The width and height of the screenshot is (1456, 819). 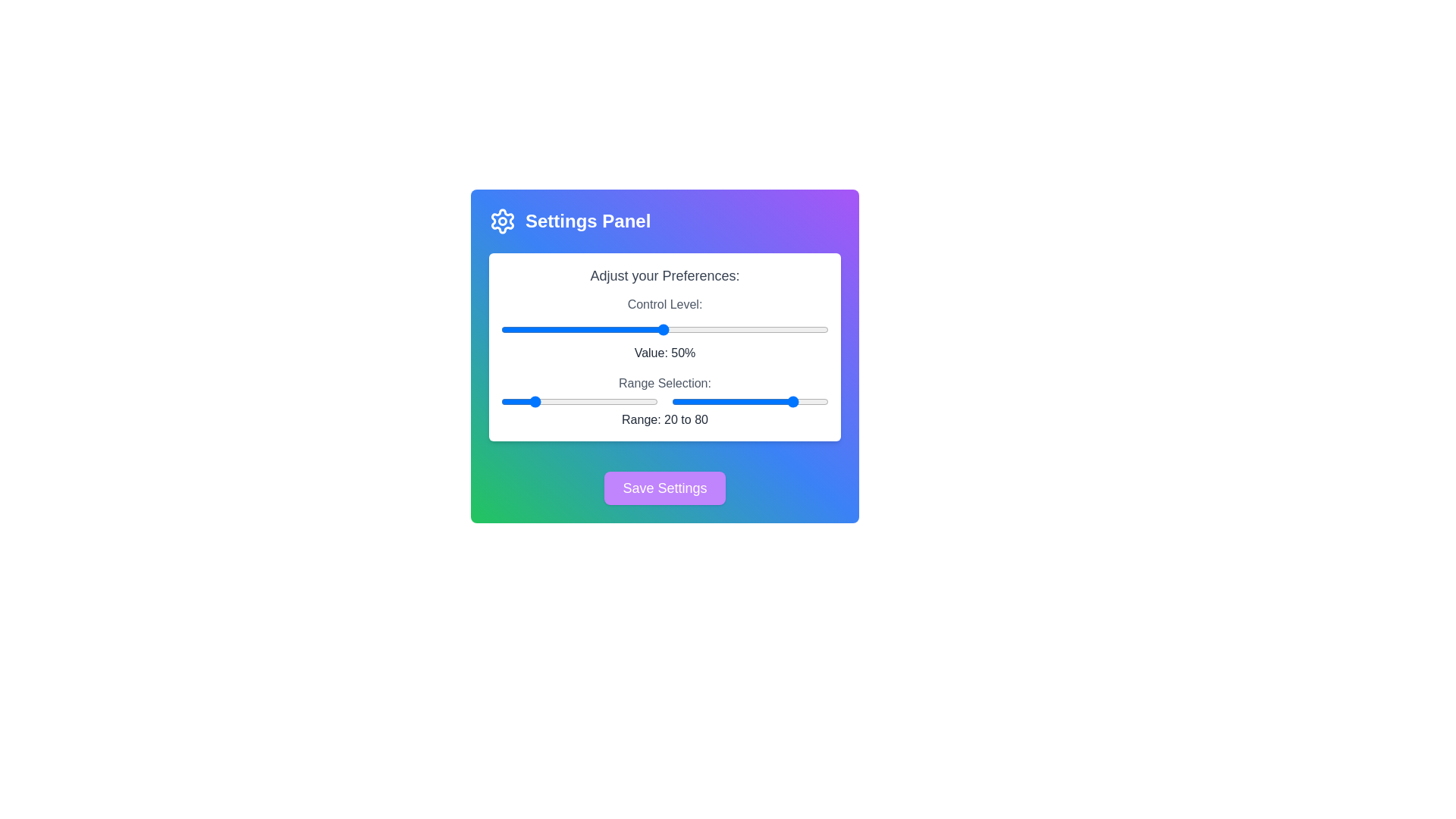 What do you see at coordinates (665, 328) in the screenshot?
I see `the slider component located below the title 'Adjust your Preferences:'` at bounding box center [665, 328].